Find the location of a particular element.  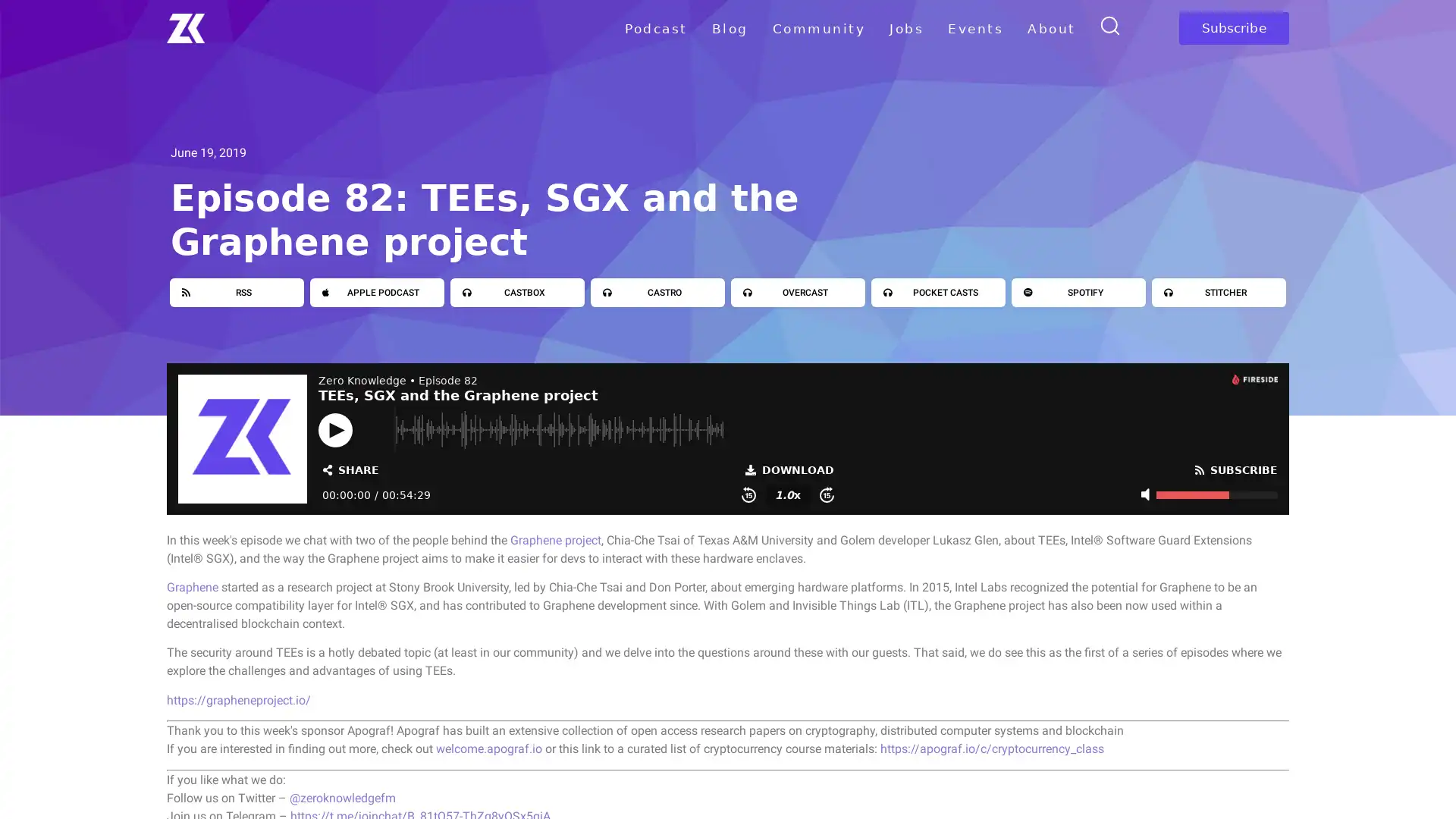

OVERCAST is located at coordinates (797, 292).